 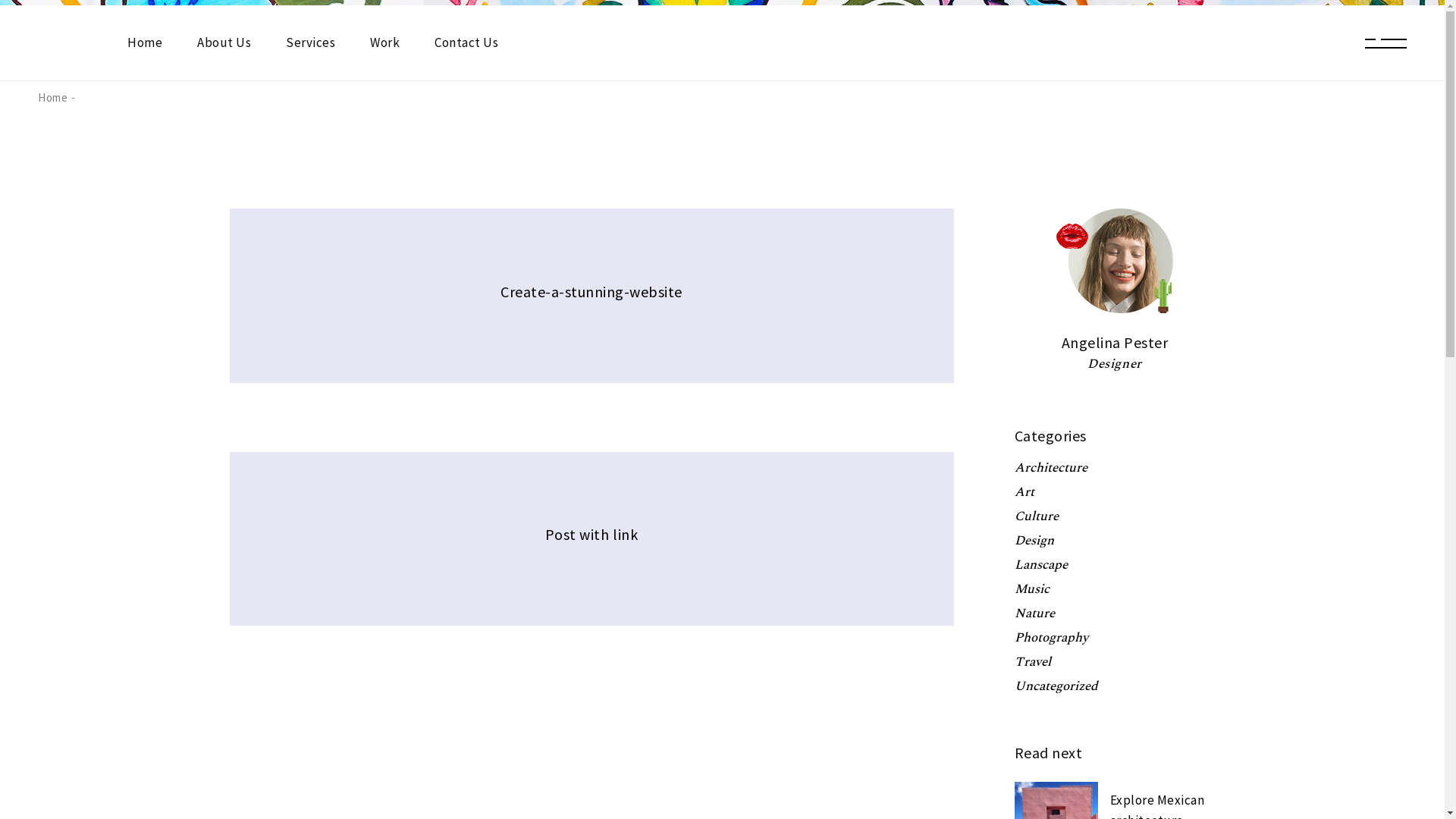 What do you see at coordinates (309, 42) in the screenshot?
I see `'Services'` at bounding box center [309, 42].